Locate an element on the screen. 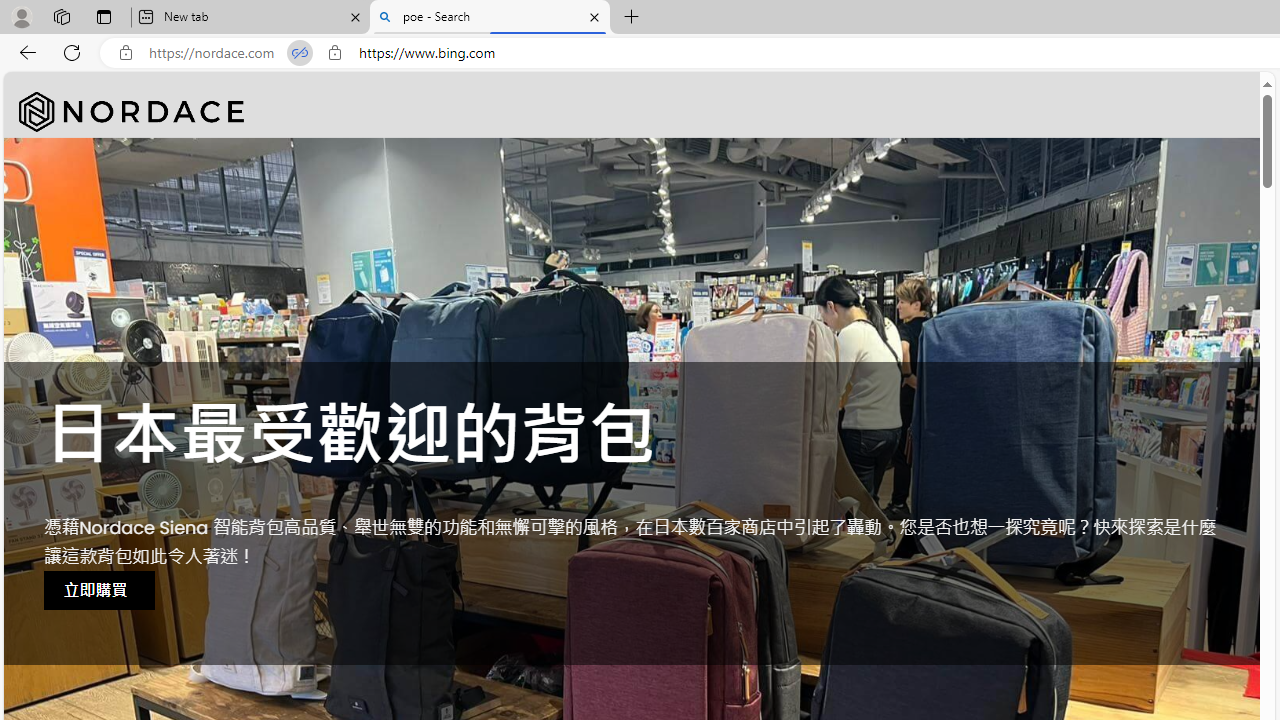 Image resolution: width=1280 pixels, height=720 pixels. 'poe - Search' is located at coordinates (490, 17).